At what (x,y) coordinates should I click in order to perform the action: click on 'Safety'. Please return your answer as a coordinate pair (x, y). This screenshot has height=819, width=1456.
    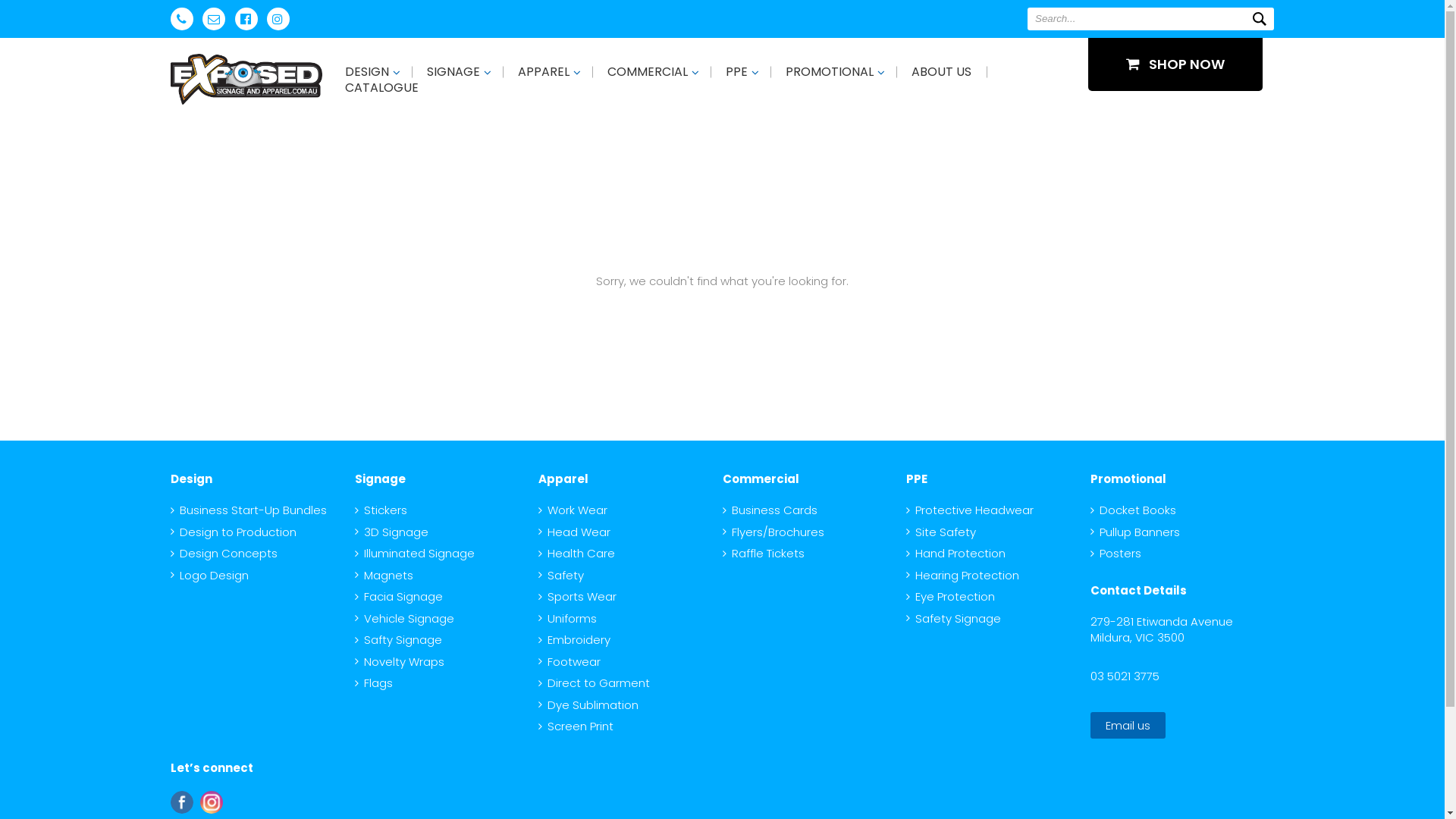
    Looking at the image, I should click on (560, 575).